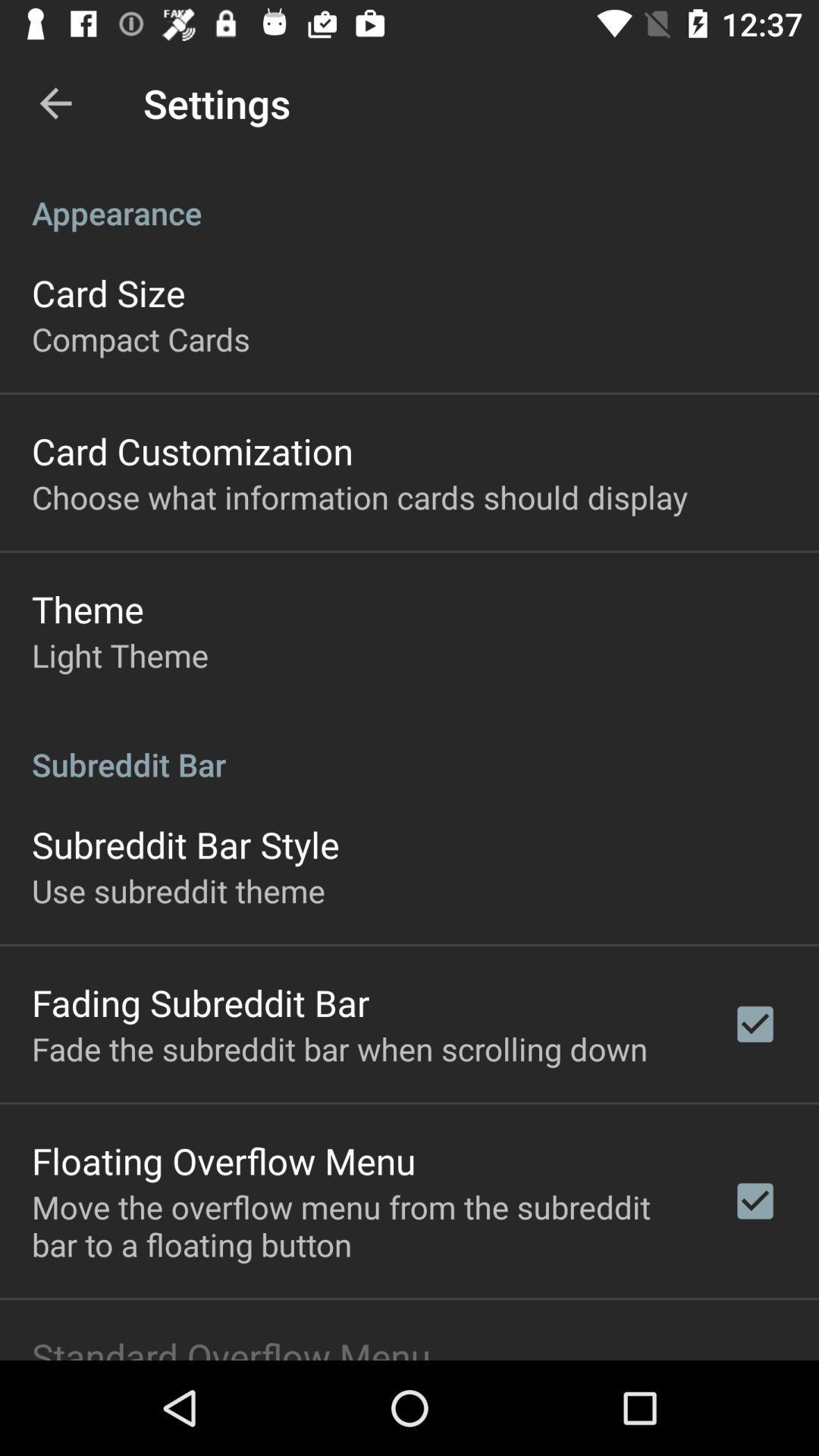 This screenshot has width=819, height=1456. I want to click on the icon below theme item, so click(119, 655).